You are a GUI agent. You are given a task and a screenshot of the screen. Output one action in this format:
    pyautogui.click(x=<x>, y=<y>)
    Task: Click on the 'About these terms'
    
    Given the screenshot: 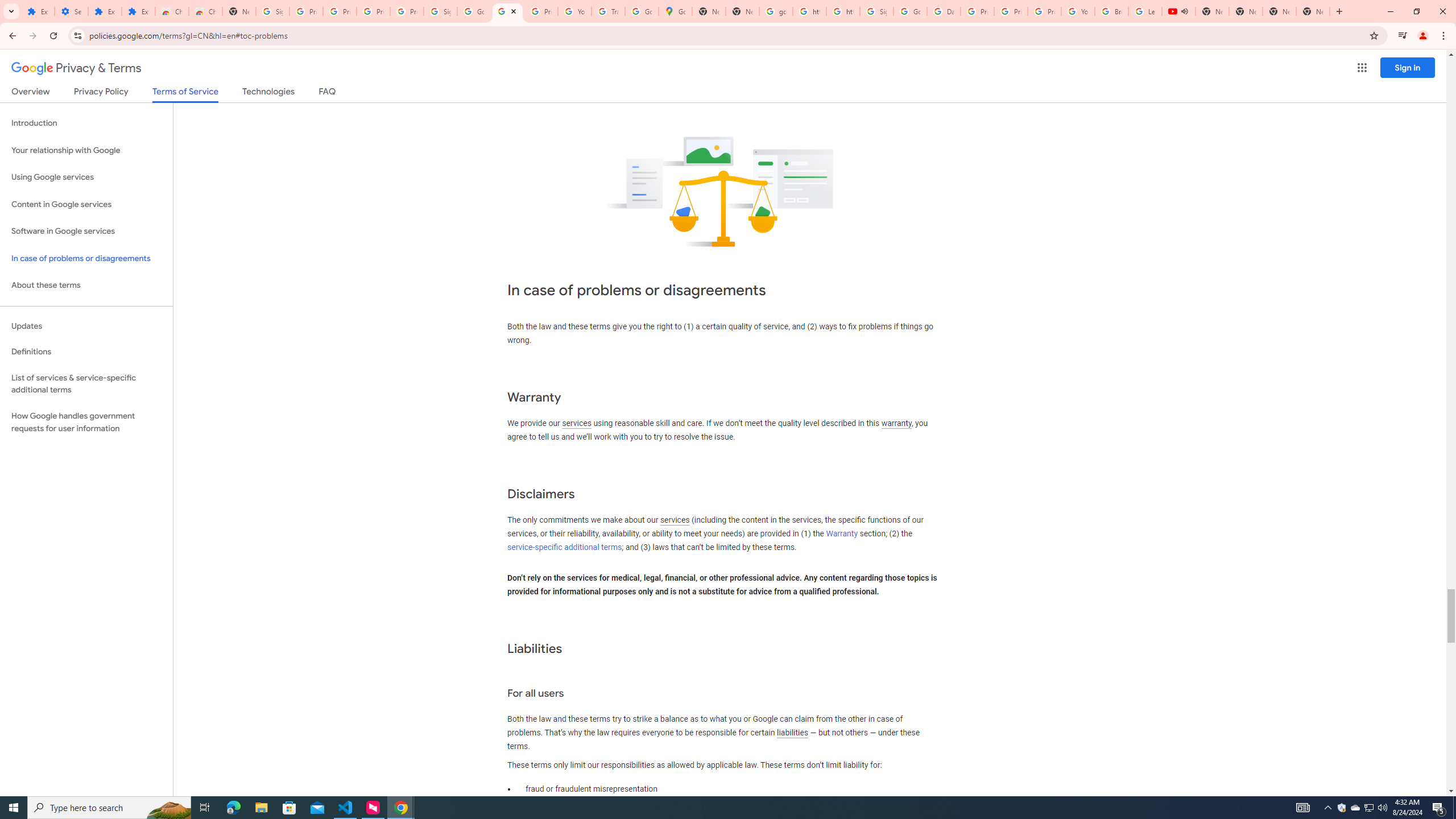 What is the action you would take?
    pyautogui.click(x=86, y=285)
    